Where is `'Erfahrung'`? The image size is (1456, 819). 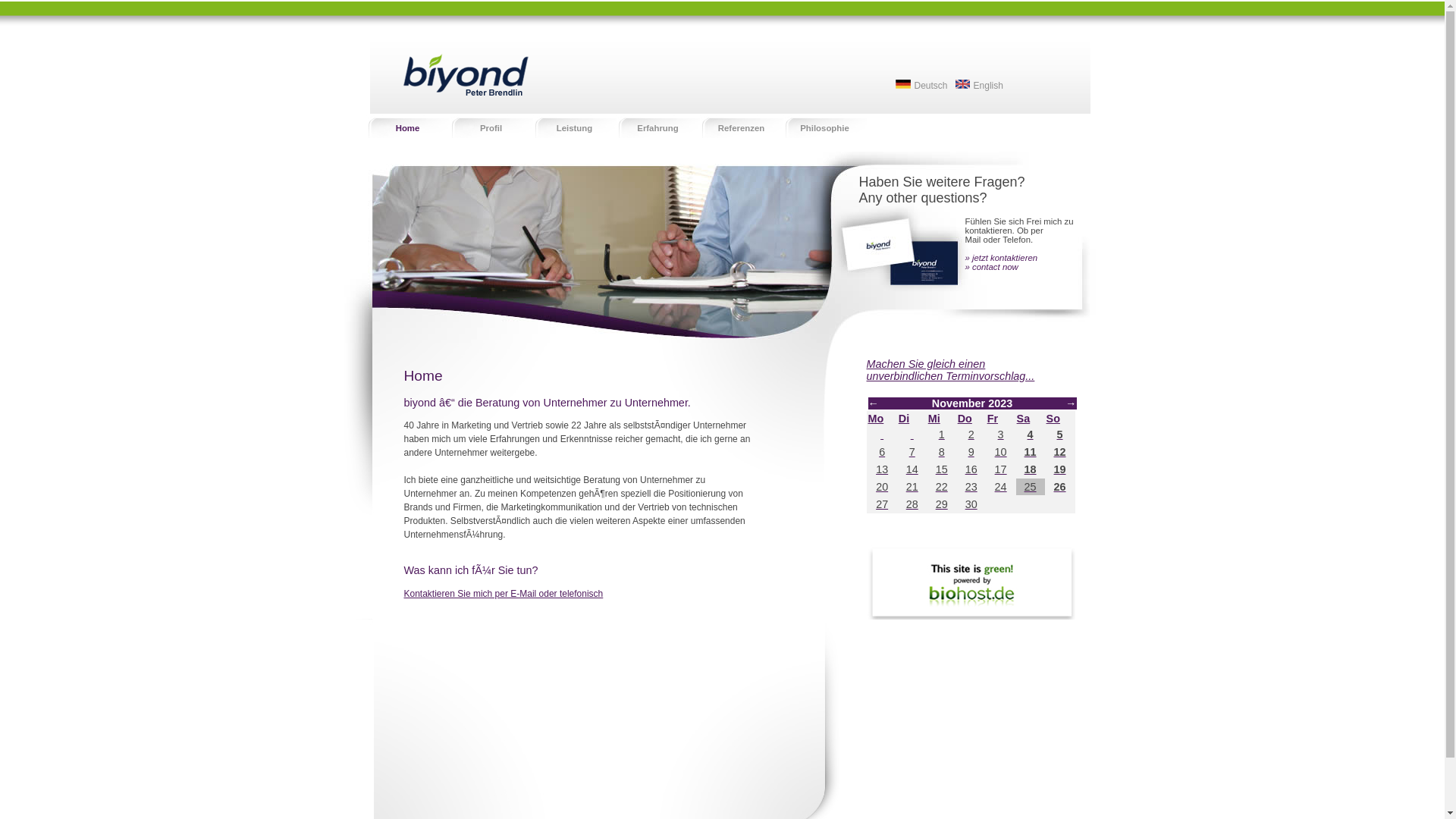 'Erfahrung' is located at coordinates (657, 125).